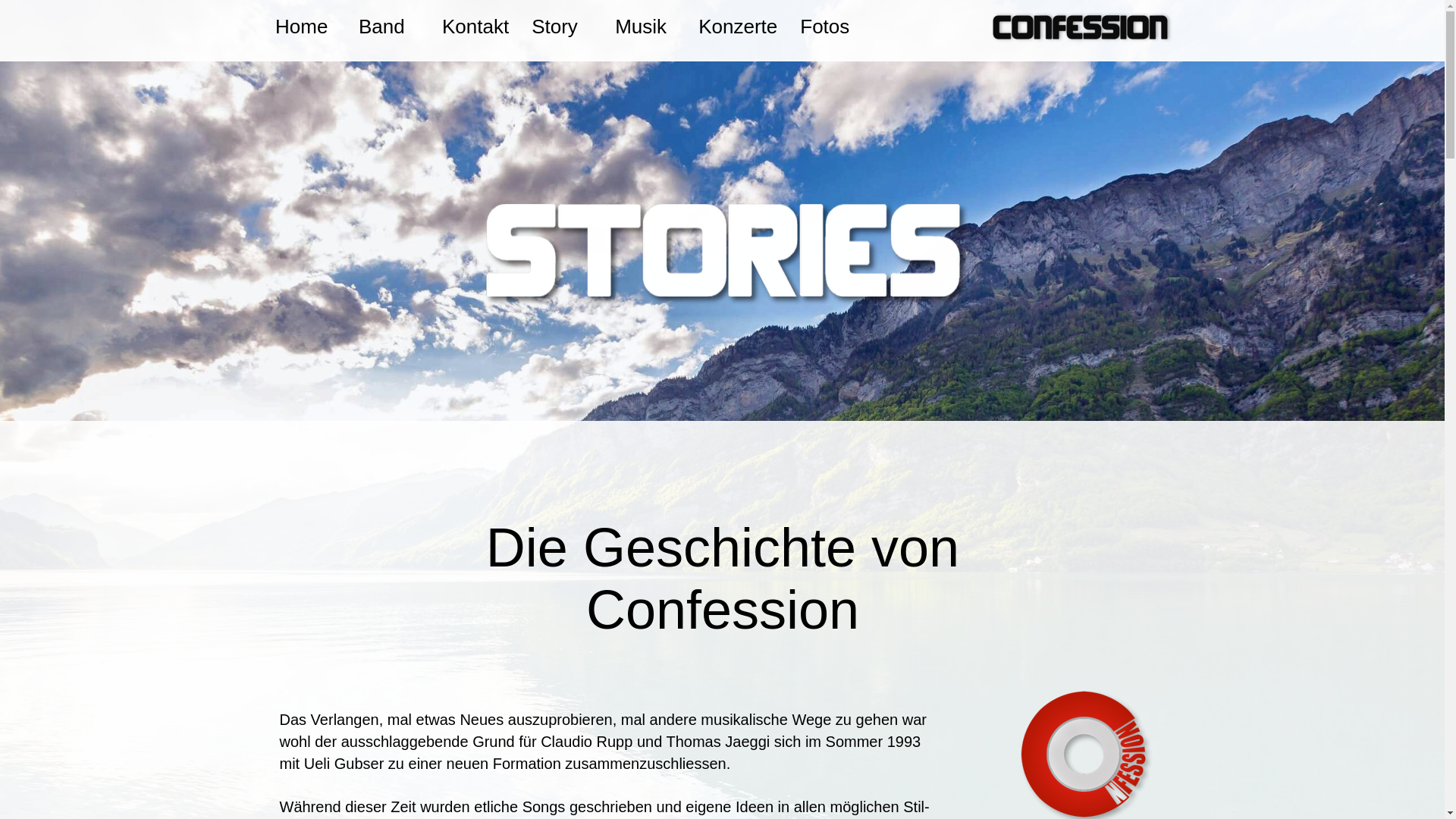  I want to click on 'Musik', so click(645, 26).